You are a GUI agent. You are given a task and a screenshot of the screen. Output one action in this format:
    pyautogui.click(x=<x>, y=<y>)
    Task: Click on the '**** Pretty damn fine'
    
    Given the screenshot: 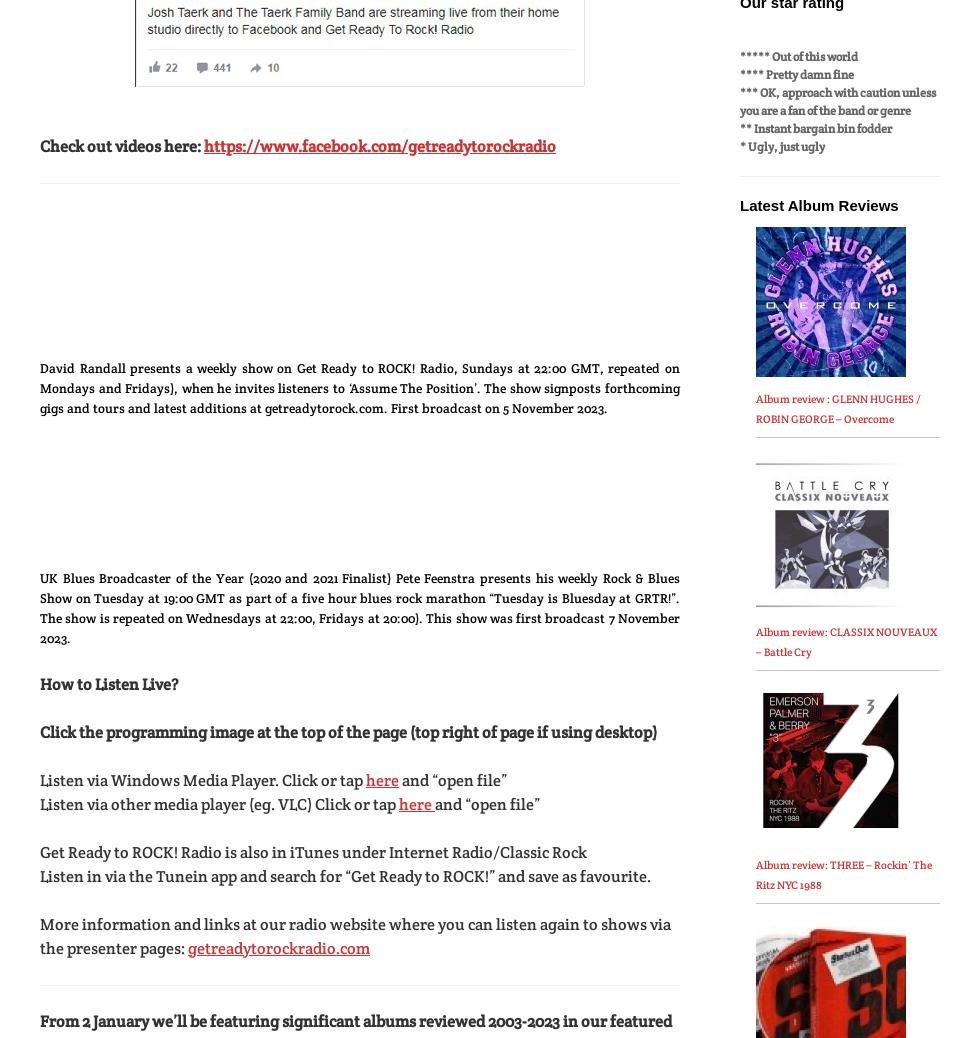 What is the action you would take?
    pyautogui.click(x=797, y=72)
    